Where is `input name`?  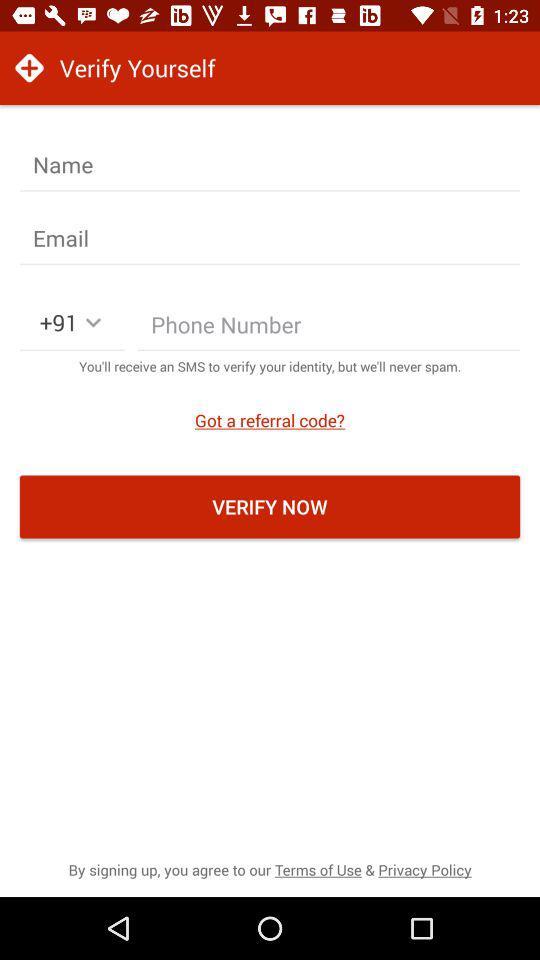
input name is located at coordinates (270, 164).